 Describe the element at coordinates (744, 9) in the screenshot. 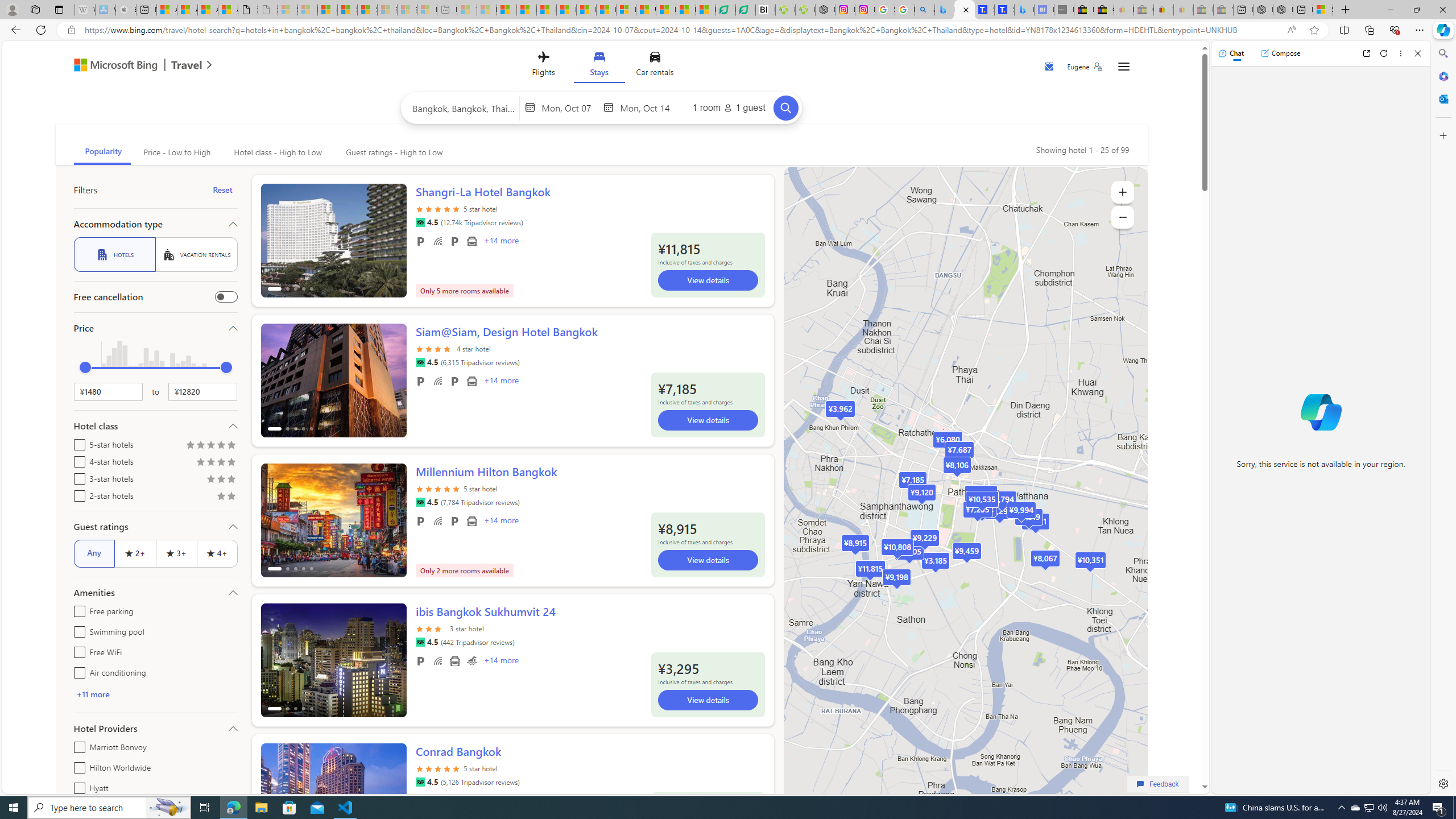

I see `'LendingTree - Compare Lenders'` at that location.